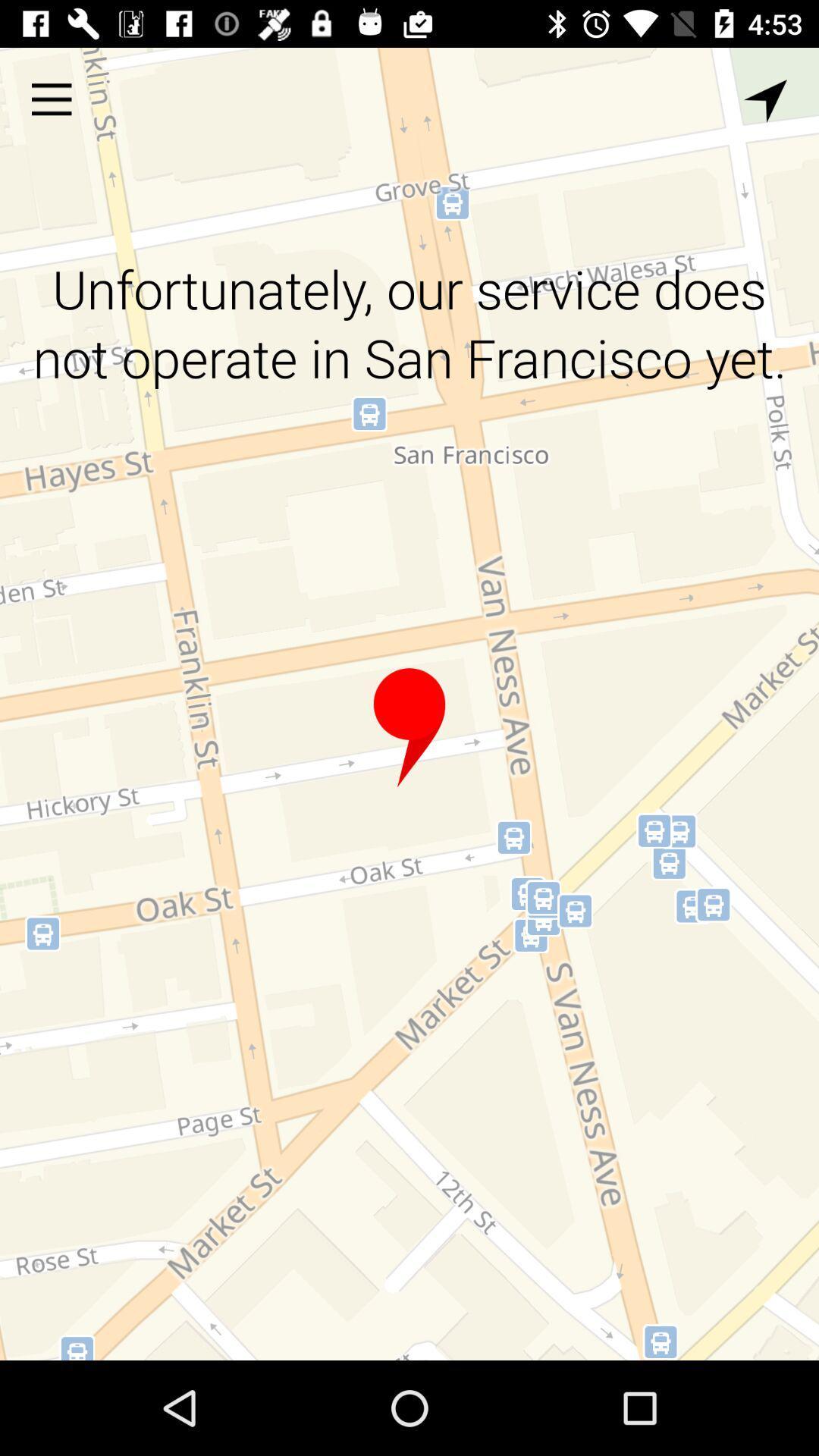 This screenshot has height=1456, width=819. I want to click on options, so click(51, 99).